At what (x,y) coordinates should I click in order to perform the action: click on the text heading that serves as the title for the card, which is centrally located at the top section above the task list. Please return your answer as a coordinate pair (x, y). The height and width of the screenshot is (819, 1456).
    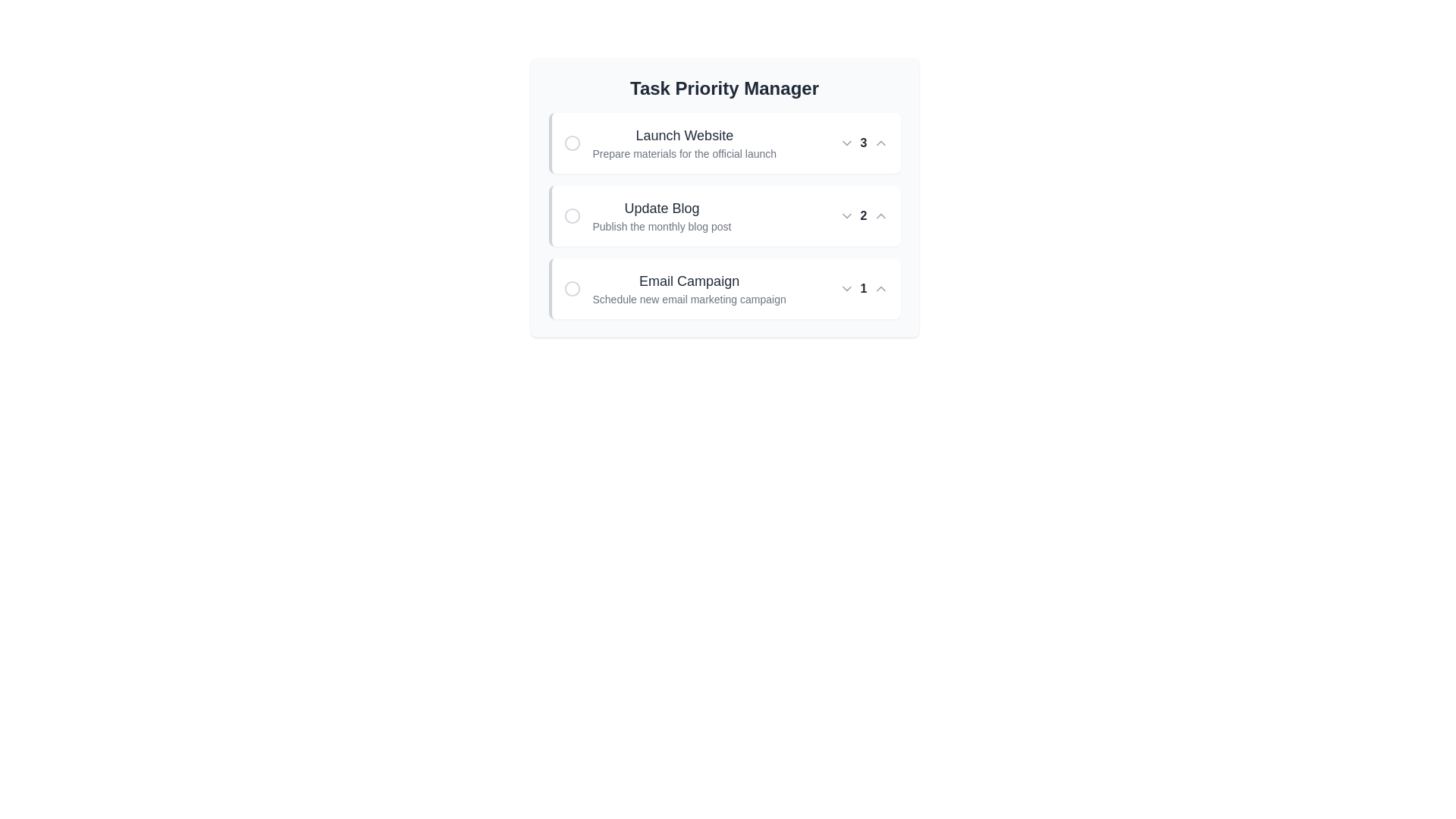
    Looking at the image, I should click on (723, 88).